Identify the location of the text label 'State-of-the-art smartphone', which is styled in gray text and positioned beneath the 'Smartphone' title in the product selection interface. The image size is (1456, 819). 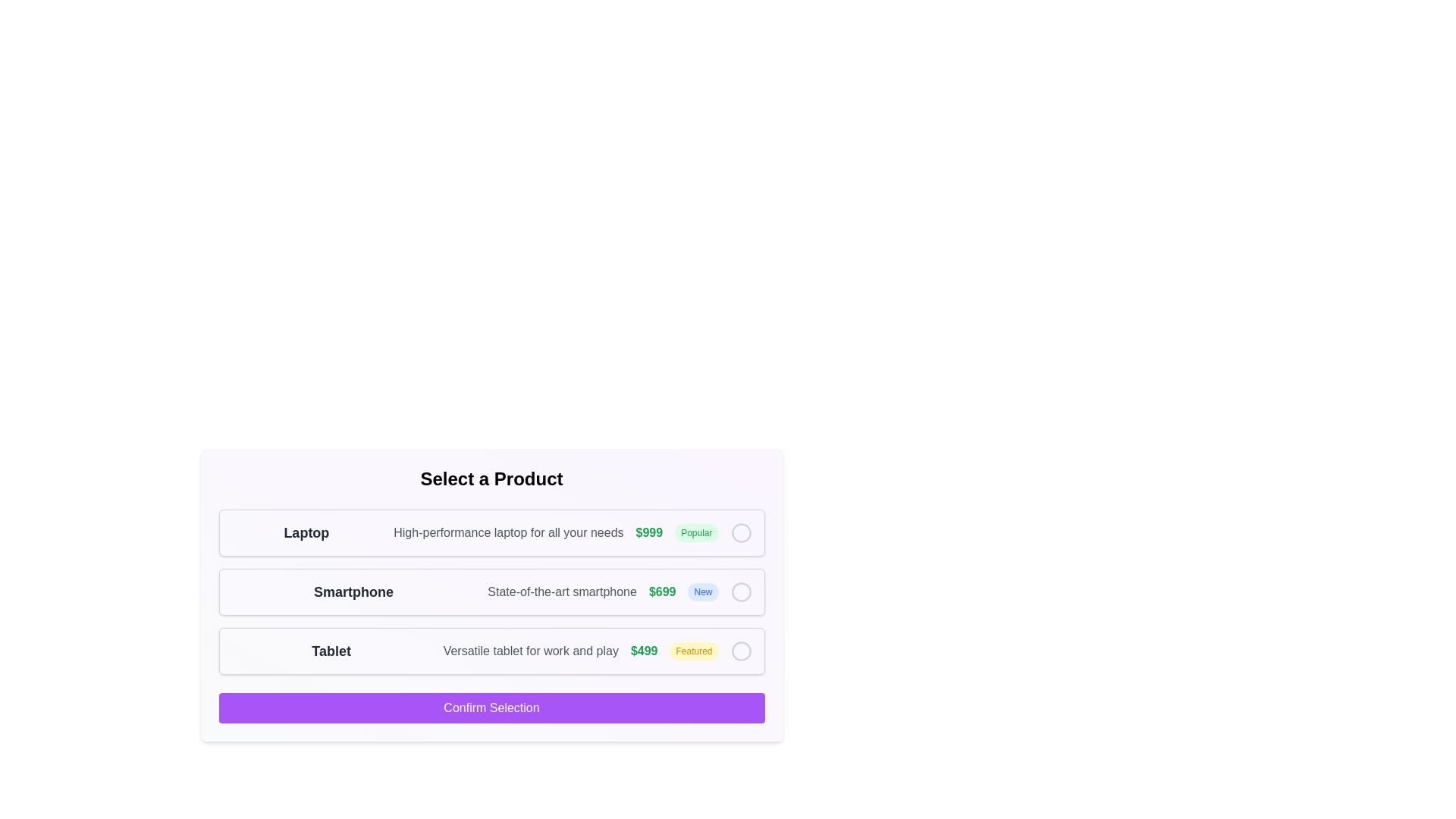
(561, 591).